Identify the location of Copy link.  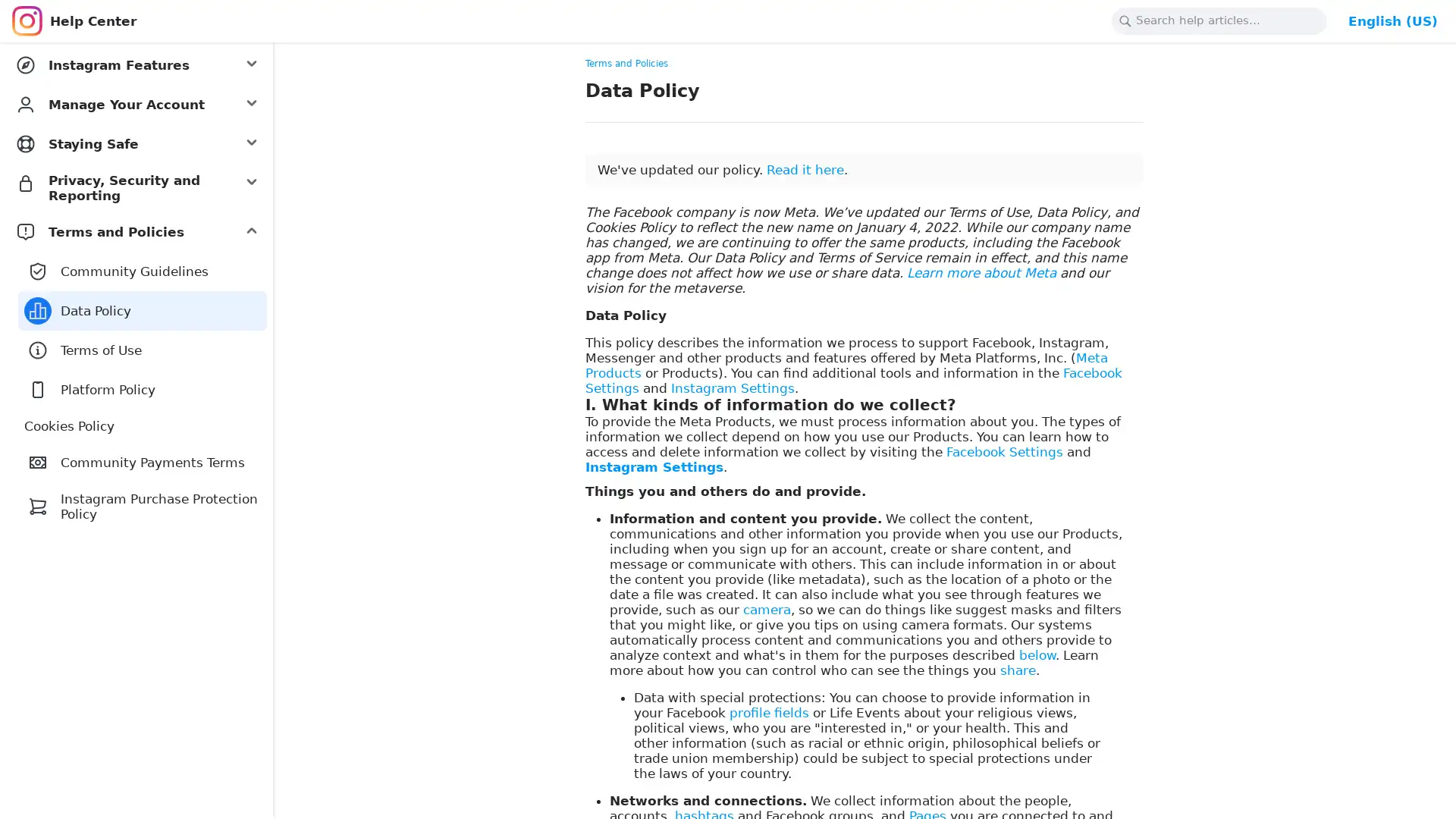
(632, 122).